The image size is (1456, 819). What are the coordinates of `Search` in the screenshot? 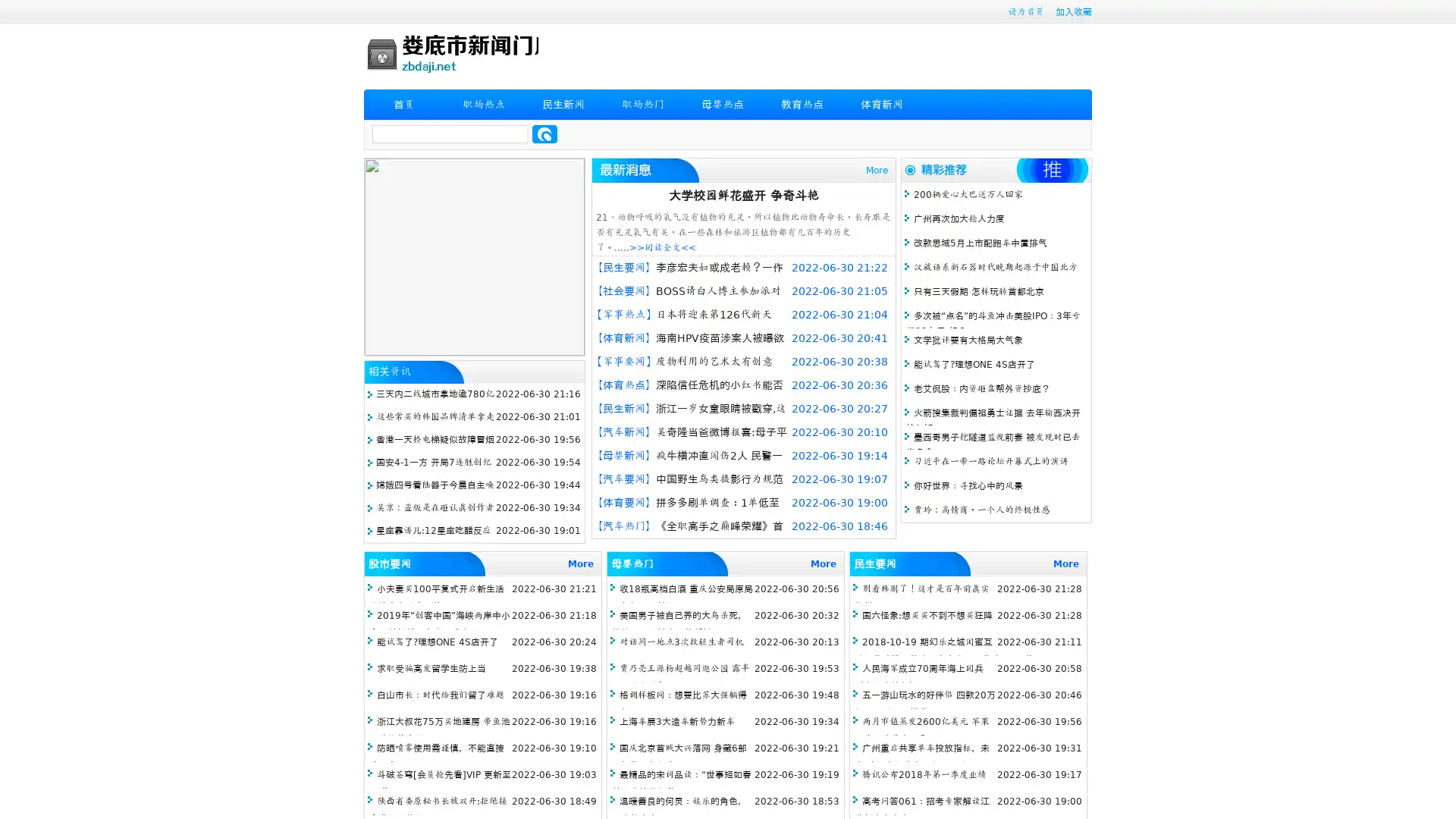 It's located at (544, 133).